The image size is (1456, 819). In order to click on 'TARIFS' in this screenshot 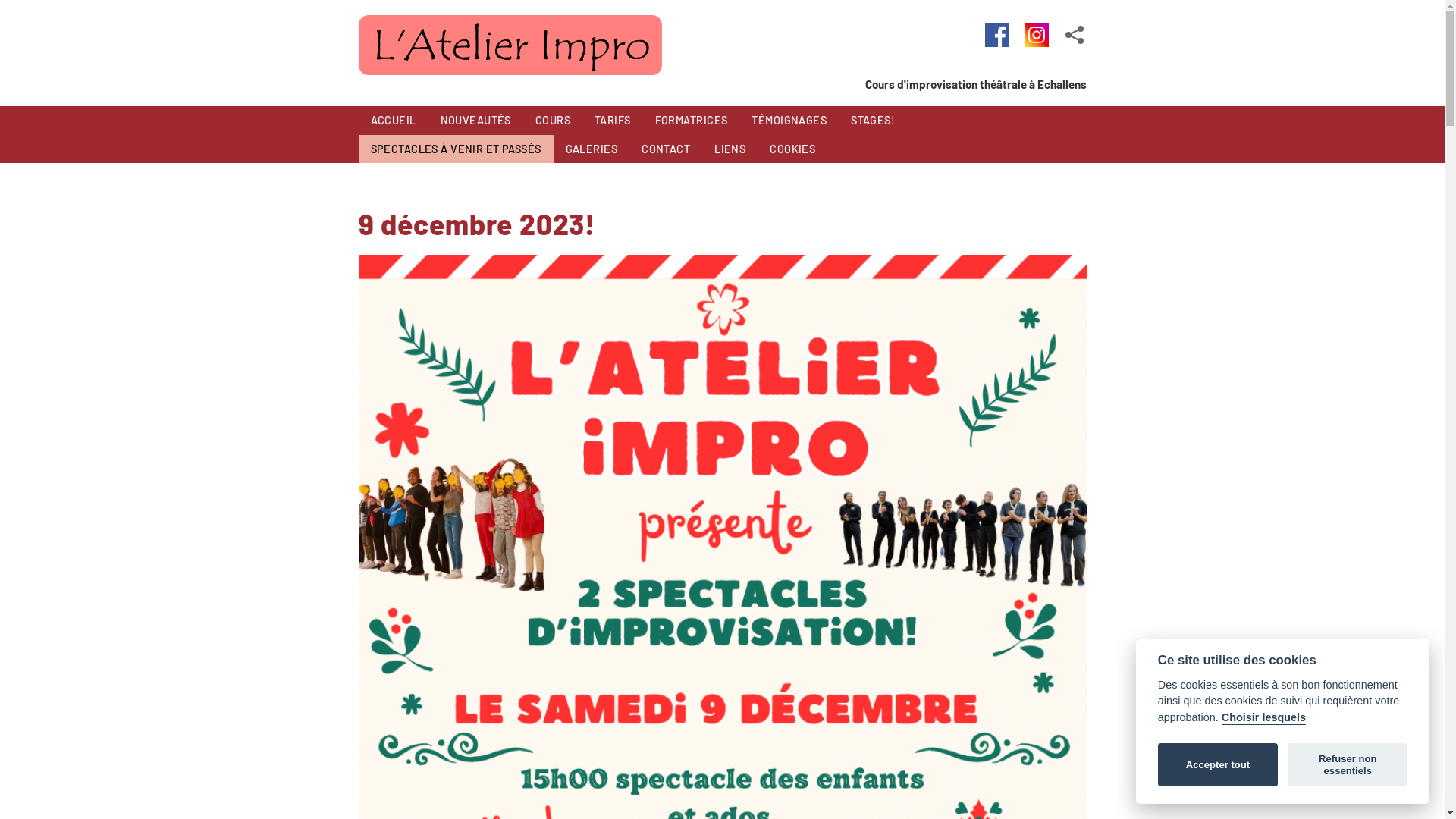, I will do `click(612, 119)`.